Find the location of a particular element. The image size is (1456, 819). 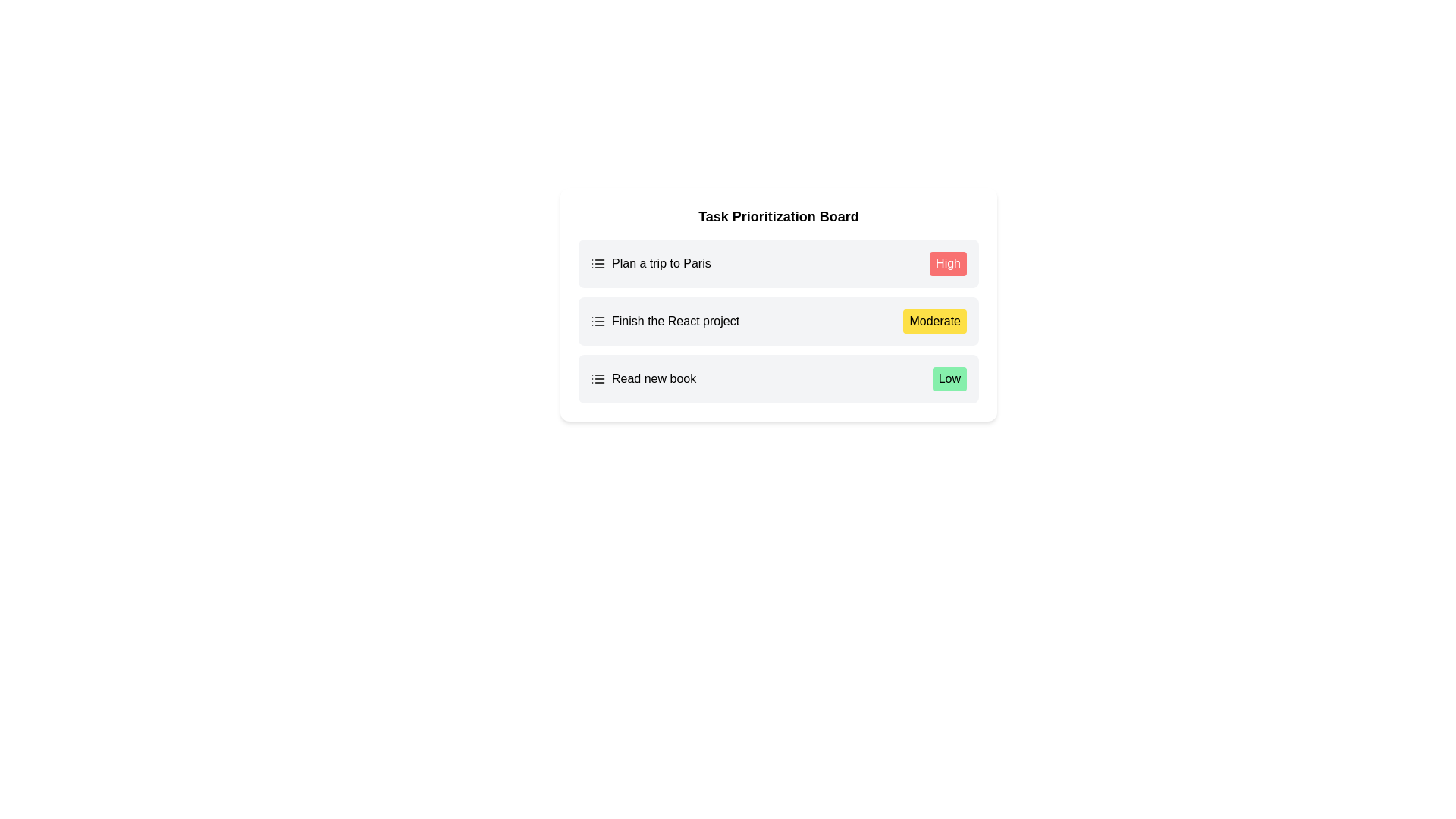

the descriptive label for the third task item in the task prioritization interface, which is located on the 'Task Prioritization Board', aligned with a list icon on the left and a 'Low' priority indicator on the right is located at coordinates (654, 378).